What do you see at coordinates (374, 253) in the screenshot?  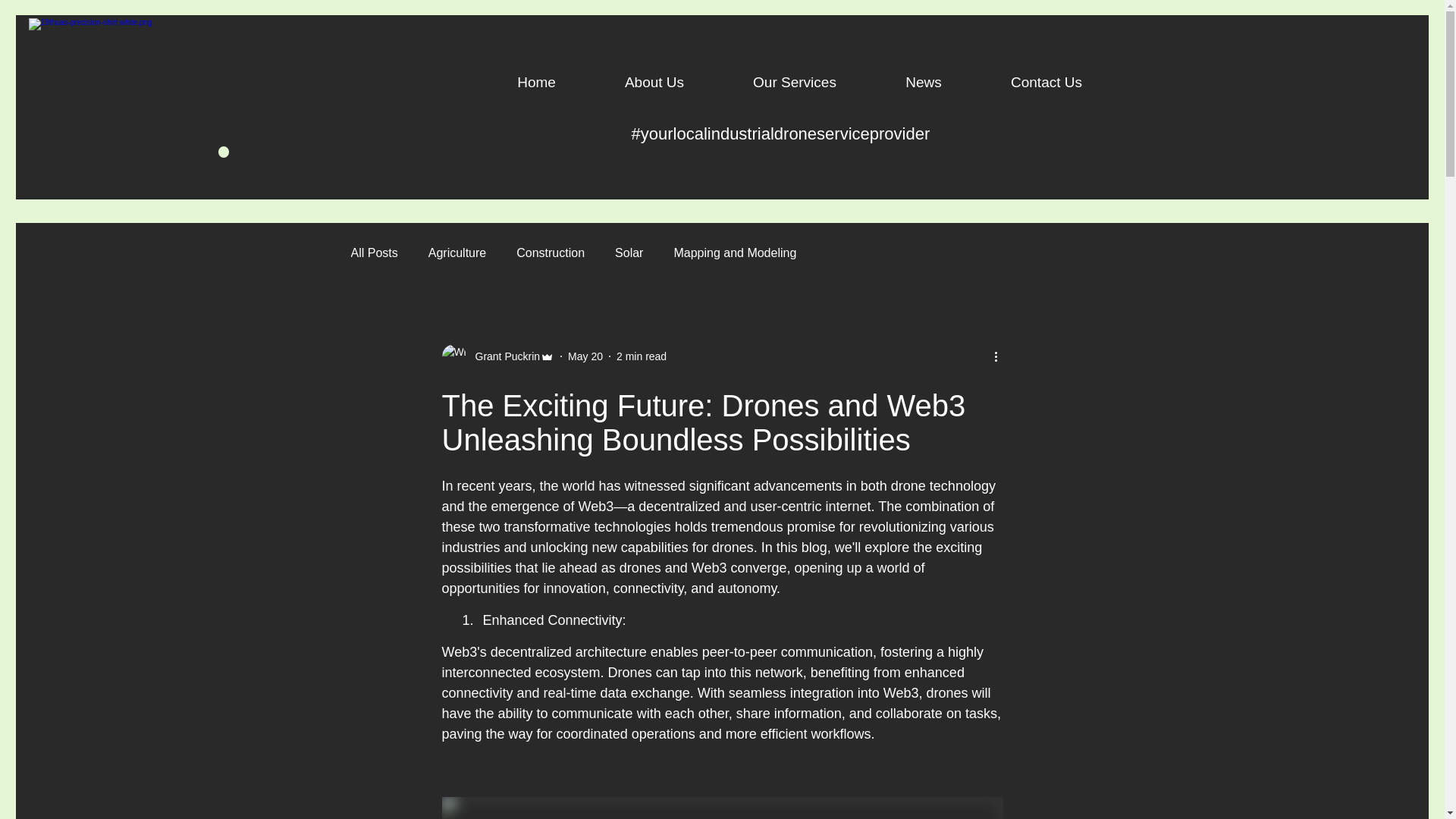 I see `'All Posts'` at bounding box center [374, 253].